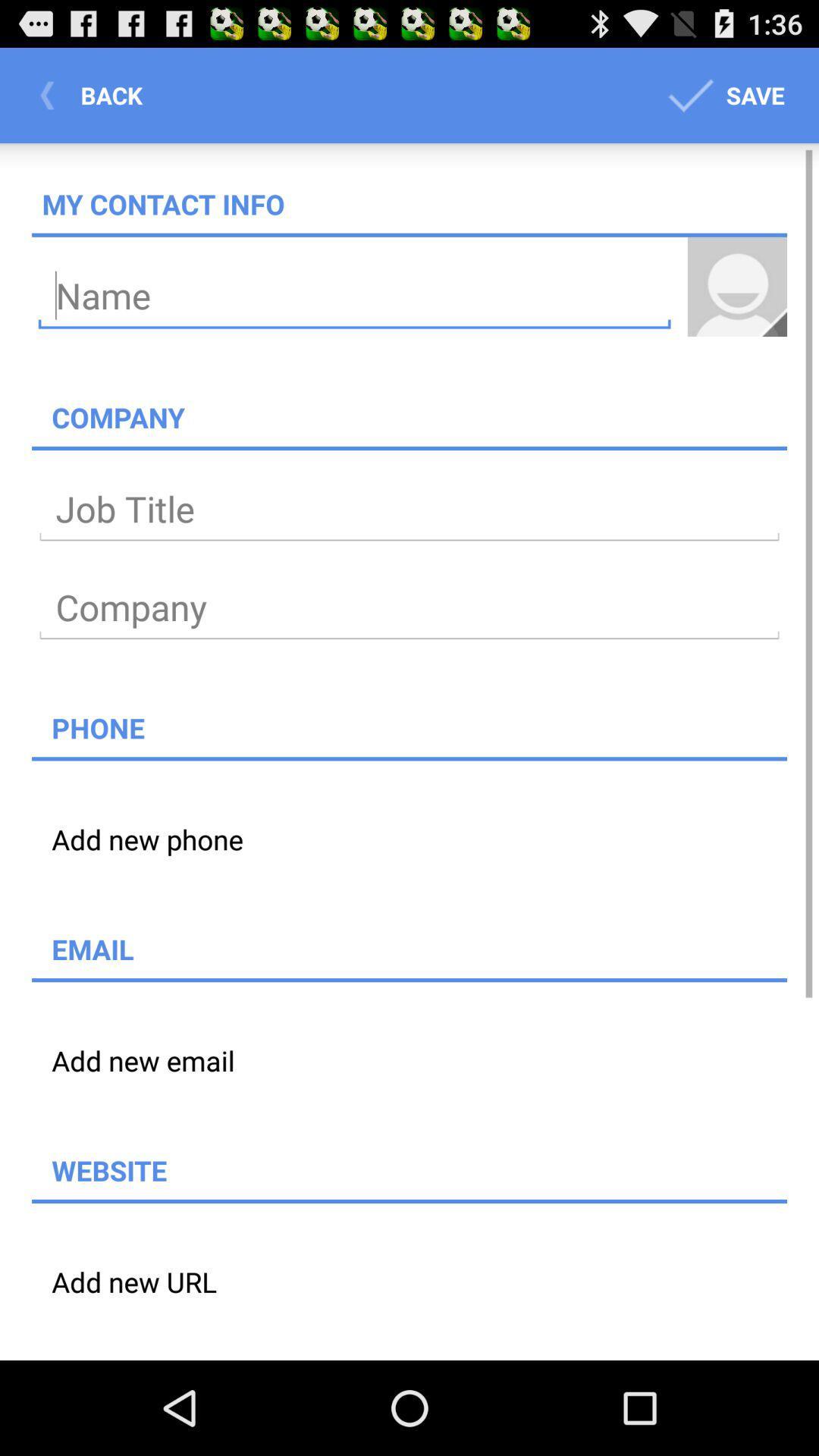  I want to click on so you can enter your company, so click(409, 607).